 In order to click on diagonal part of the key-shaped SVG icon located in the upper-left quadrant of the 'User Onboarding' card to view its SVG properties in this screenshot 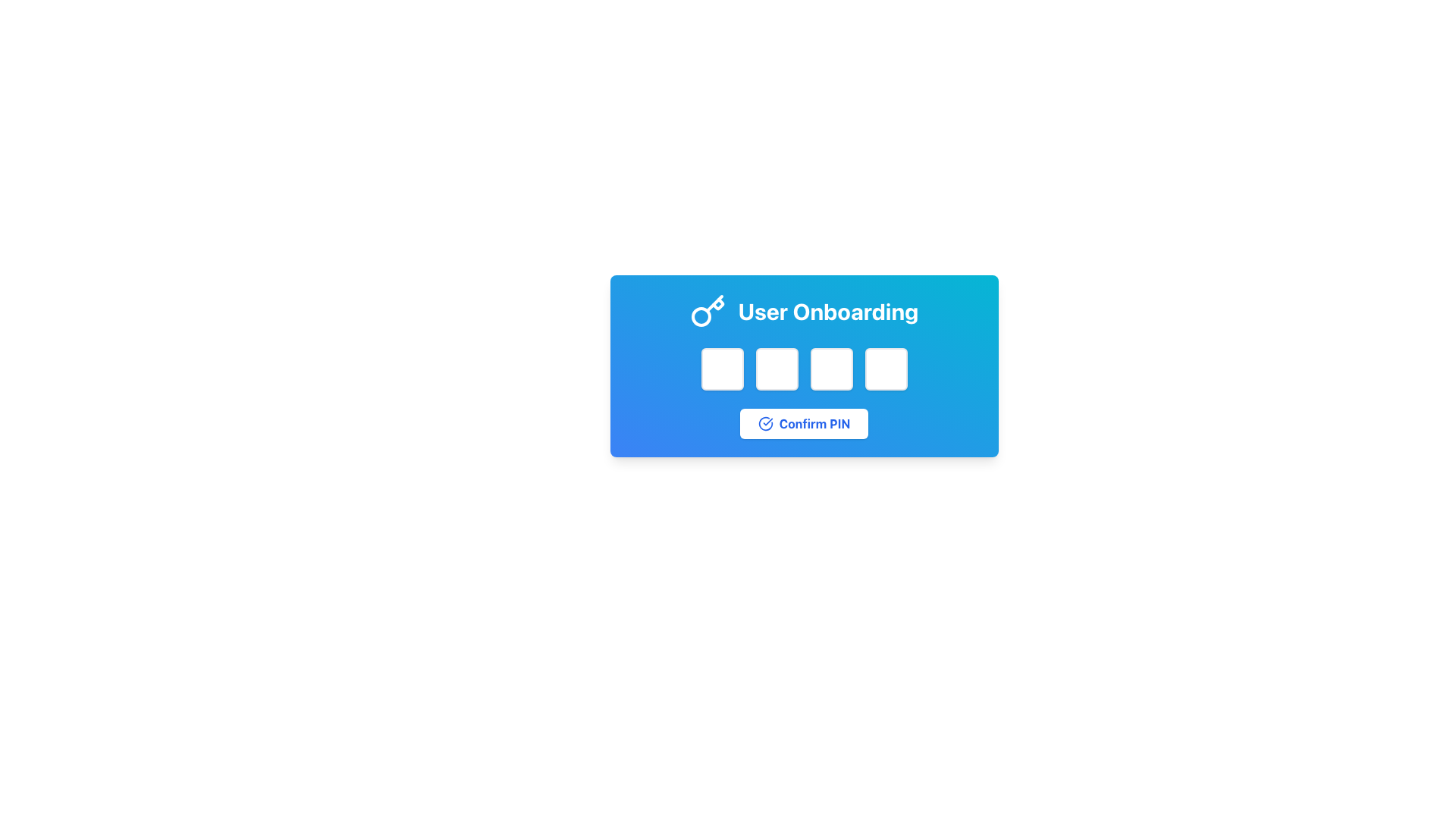, I will do `click(713, 303)`.